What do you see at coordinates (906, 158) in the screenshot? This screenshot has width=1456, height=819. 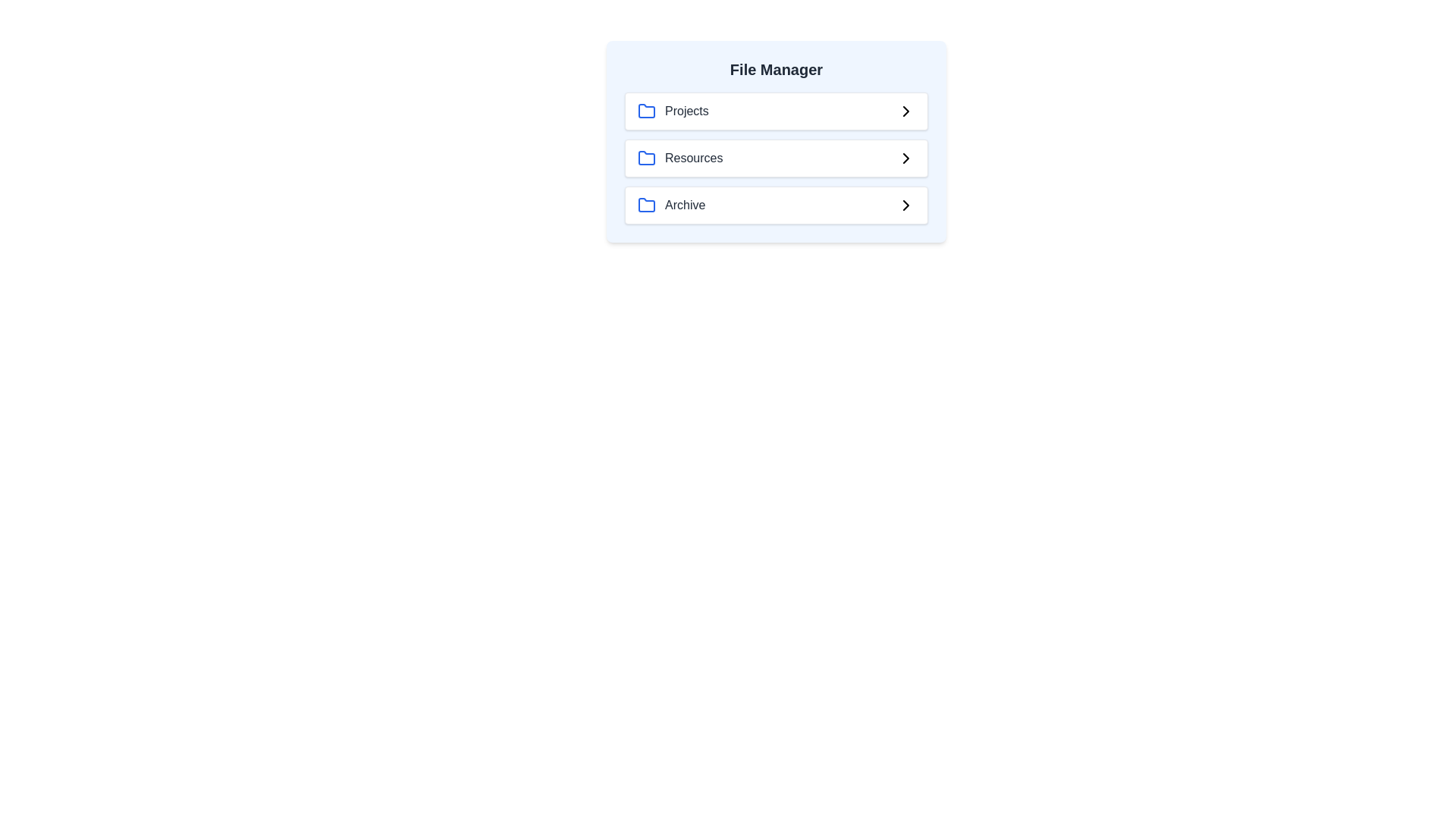 I see `the right-pointing arrow icon of the 'Resources' section in the file manager` at bounding box center [906, 158].